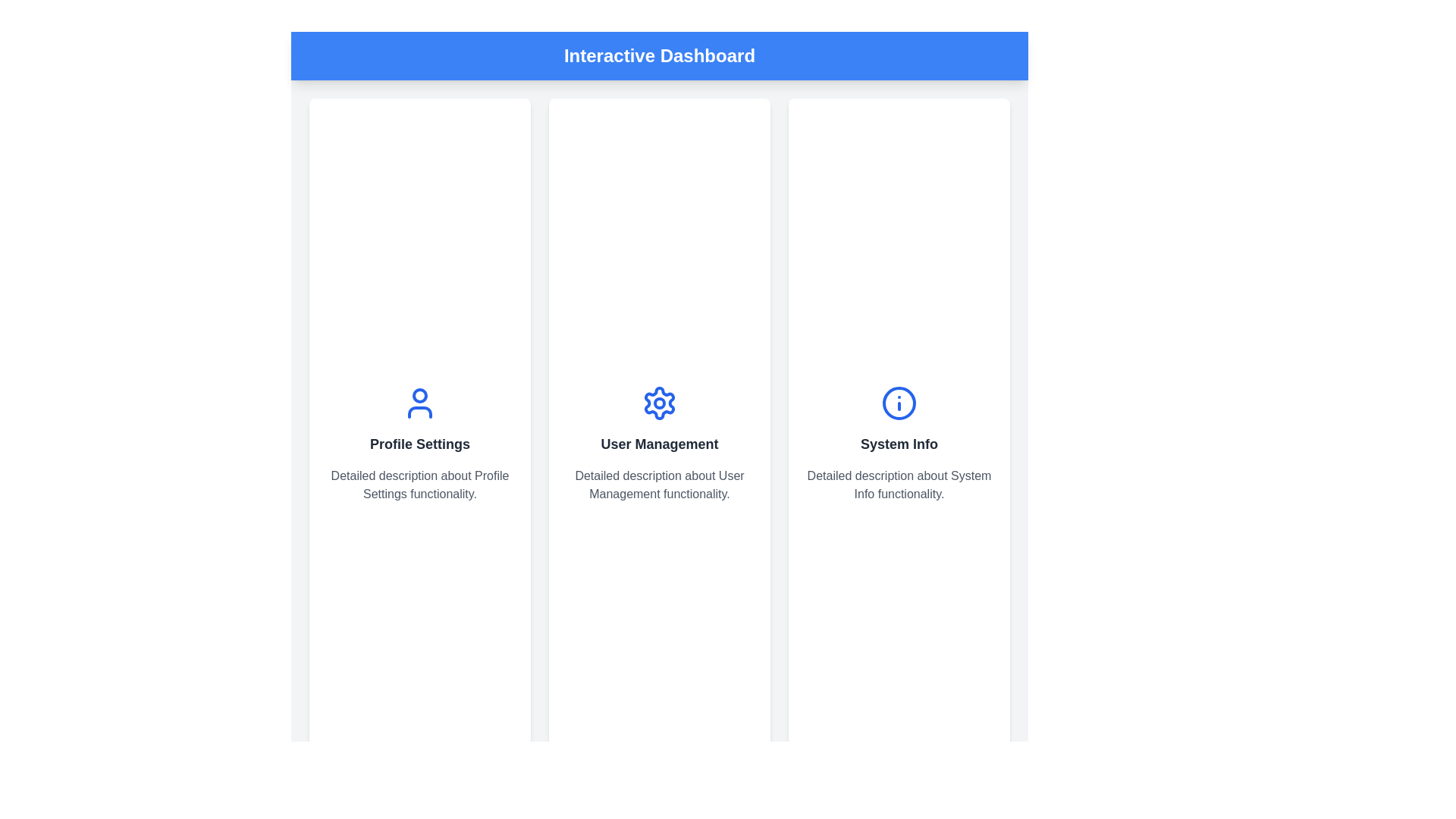  I want to click on the descriptive text block that provides additional information about the 'User Management' feature, located below the heading 'User Management', so click(659, 485).